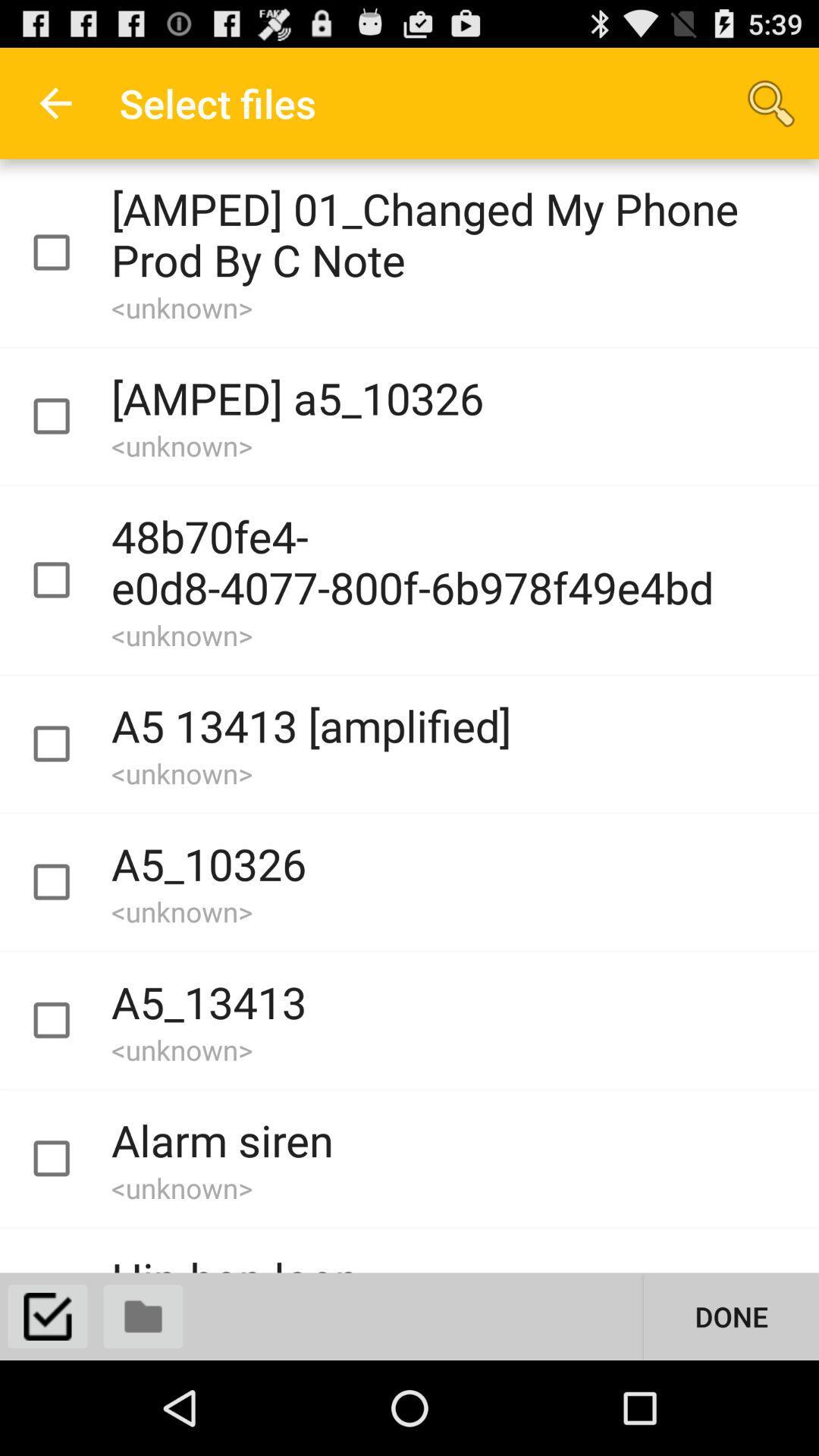 This screenshot has width=819, height=1456. What do you see at coordinates (730, 1316) in the screenshot?
I see `the button at the bottom right corner` at bounding box center [730, 1316].